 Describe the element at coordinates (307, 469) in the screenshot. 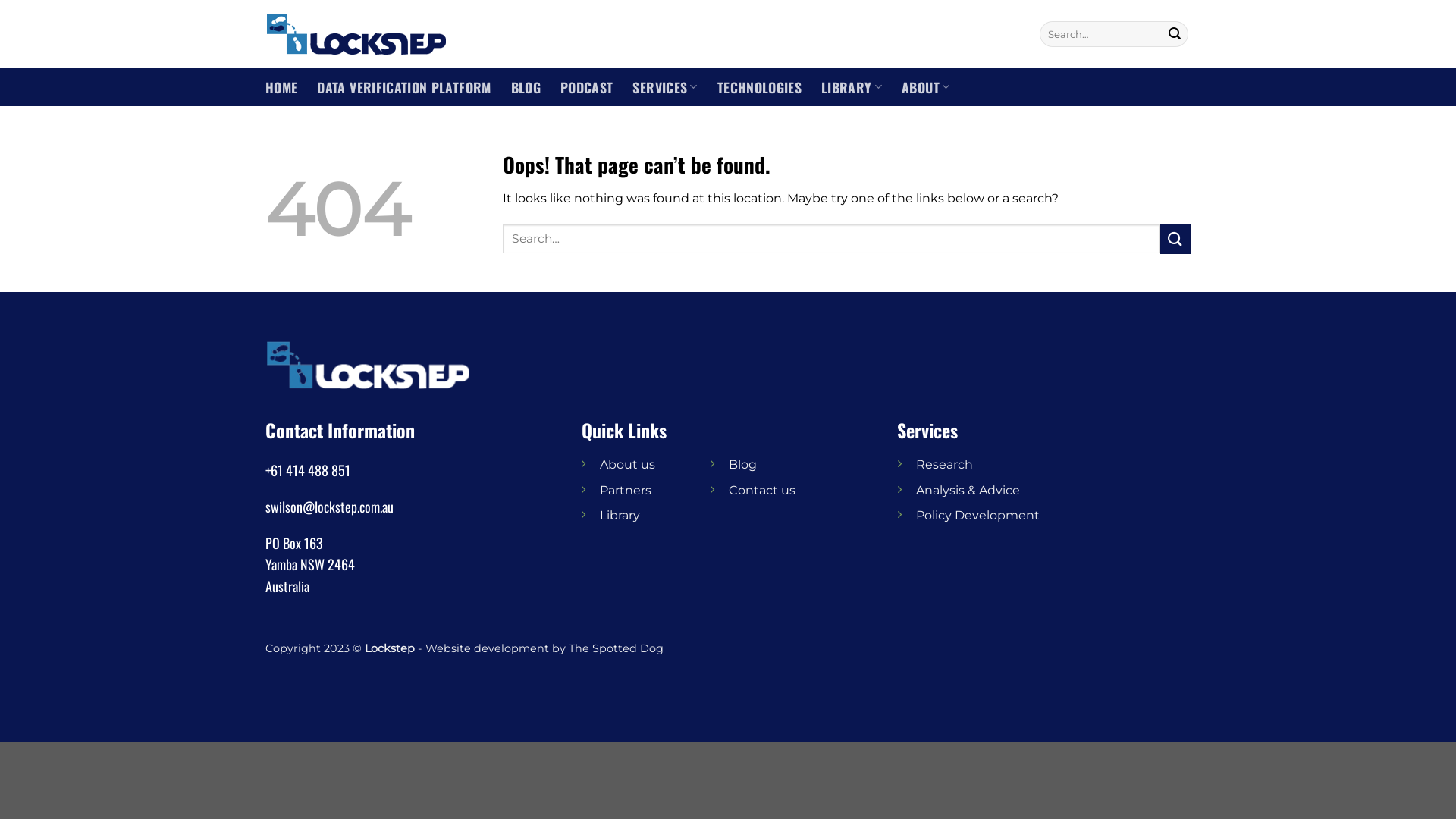

I see `'+61 414 488 851'` at that location.